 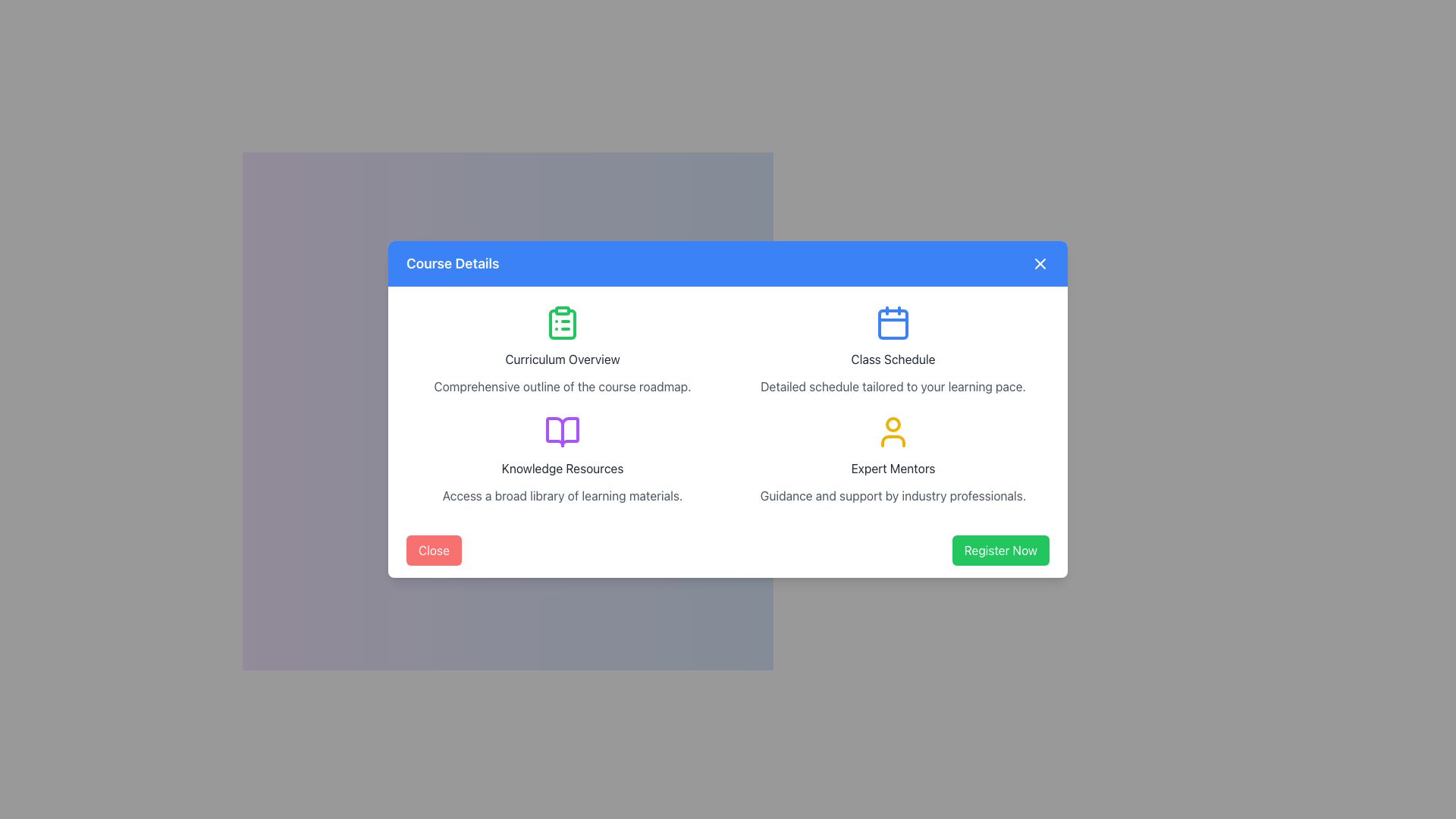 What do you see at coordinates (1040, 262) in the screenshot?
I see `the close button located at the top-right corner of the modal header bar` at bounding box center [1040, 262].